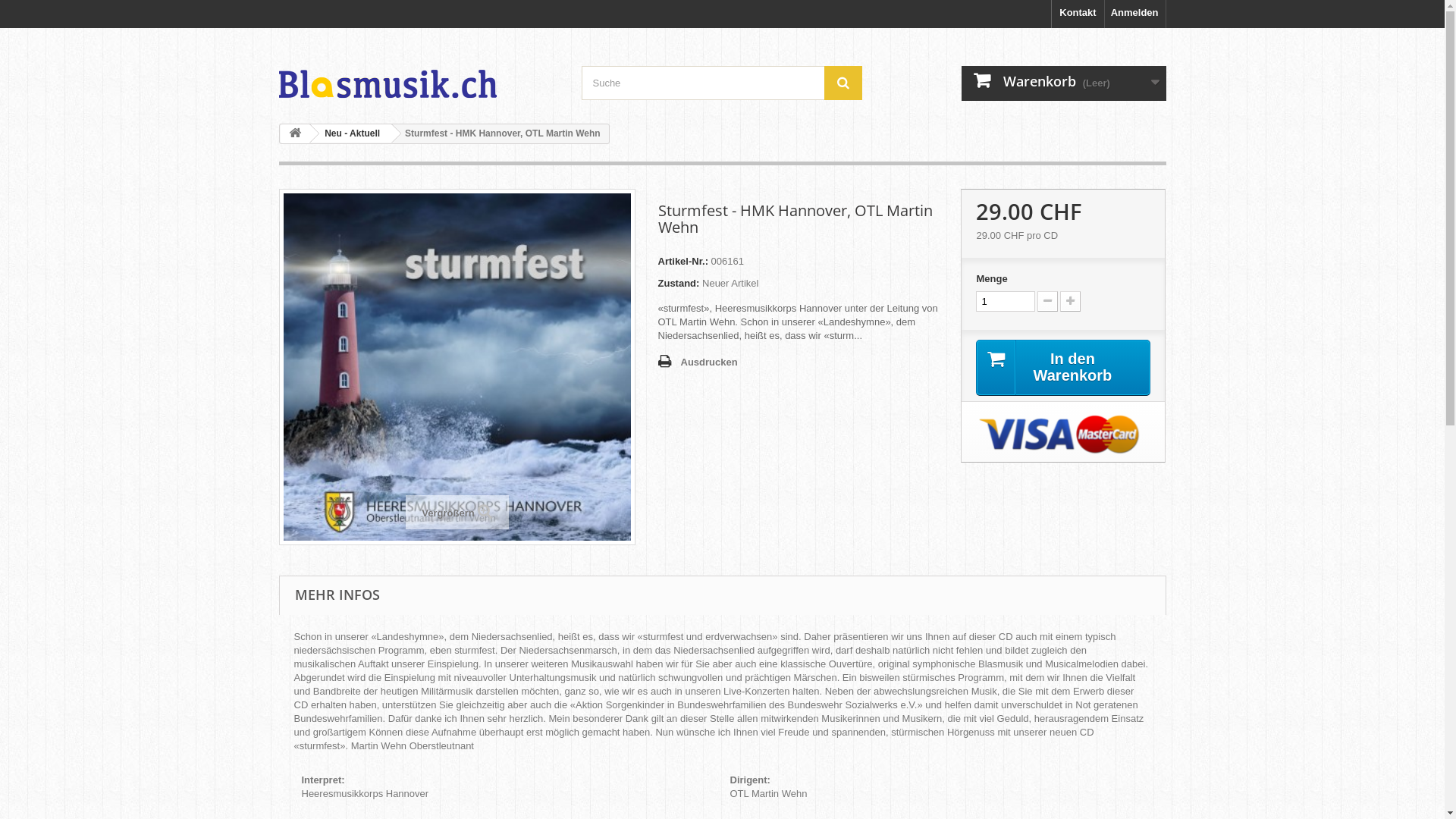  I want to click on 'Neu - Aktuell', so click(348, 133).